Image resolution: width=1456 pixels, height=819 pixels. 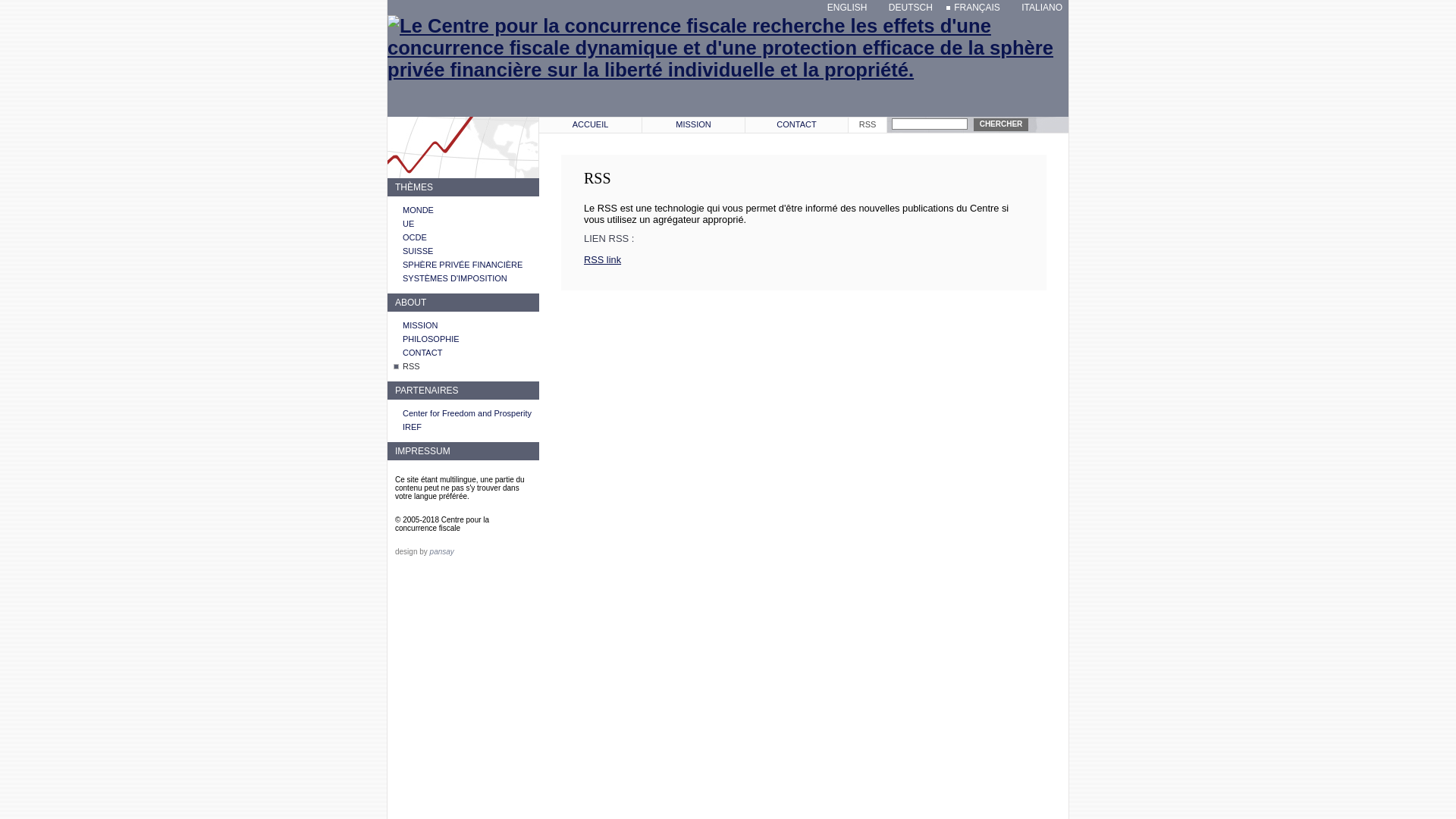 What do you see at coordinates (1037, 8) in the screenshot?
I see `'ITALIANO'` at bounding box center [1037, 8].